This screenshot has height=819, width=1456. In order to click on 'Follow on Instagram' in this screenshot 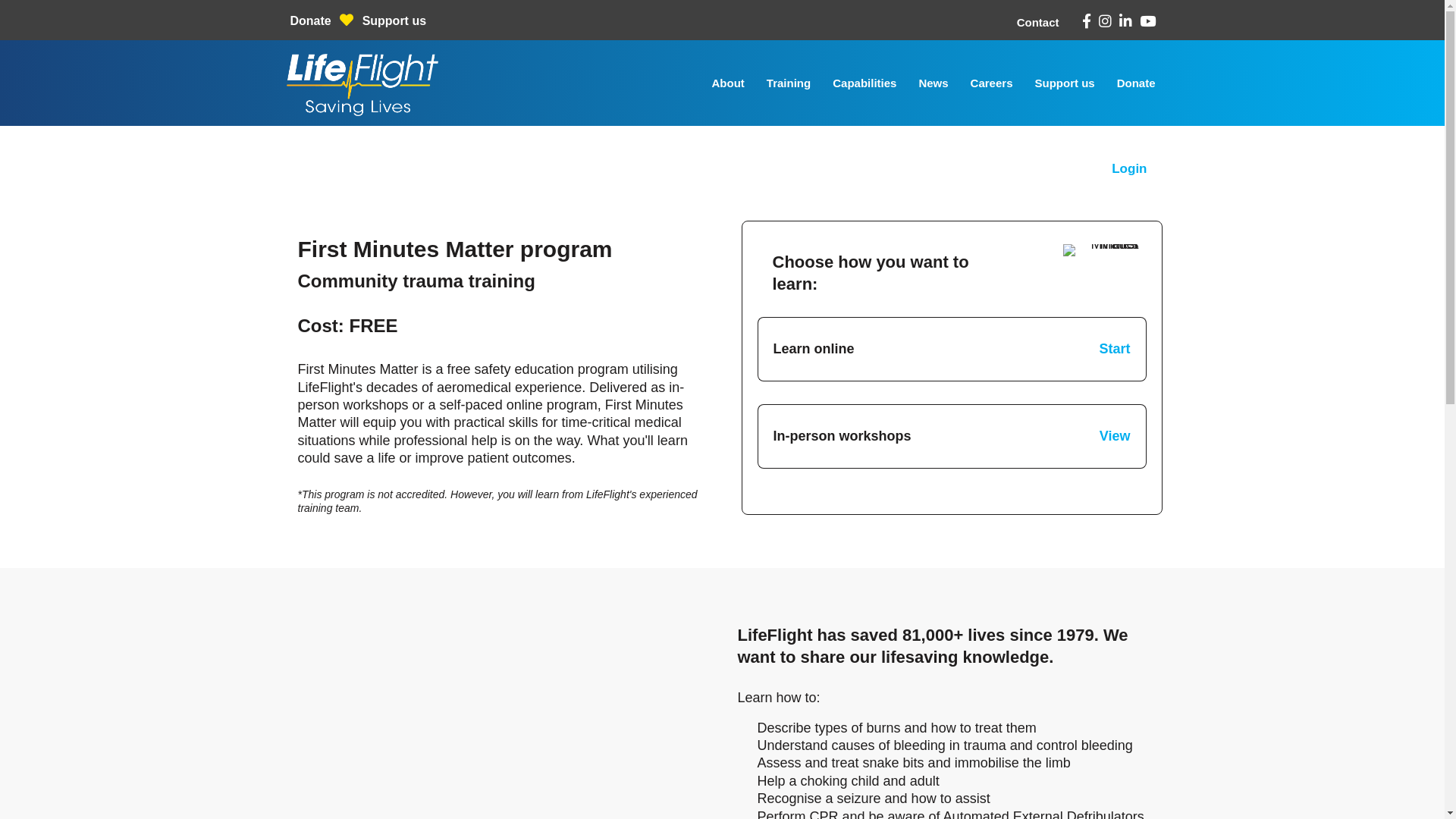, I will do `click(1104, 21)`.